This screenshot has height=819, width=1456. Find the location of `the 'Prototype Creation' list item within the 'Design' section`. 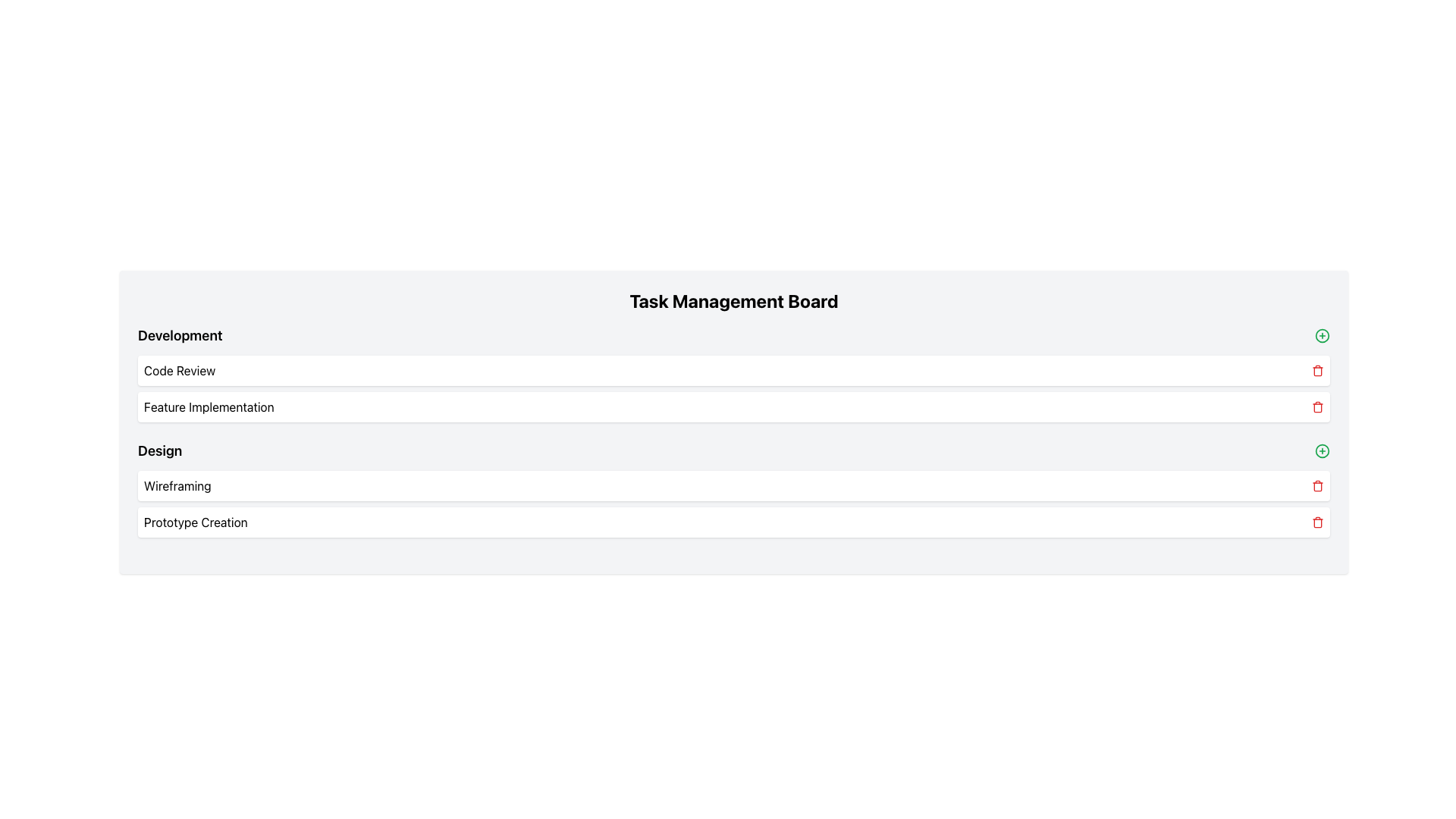

the 'Prototype Creation' list item within the 'Design' section is located at coordinates (734, 522).